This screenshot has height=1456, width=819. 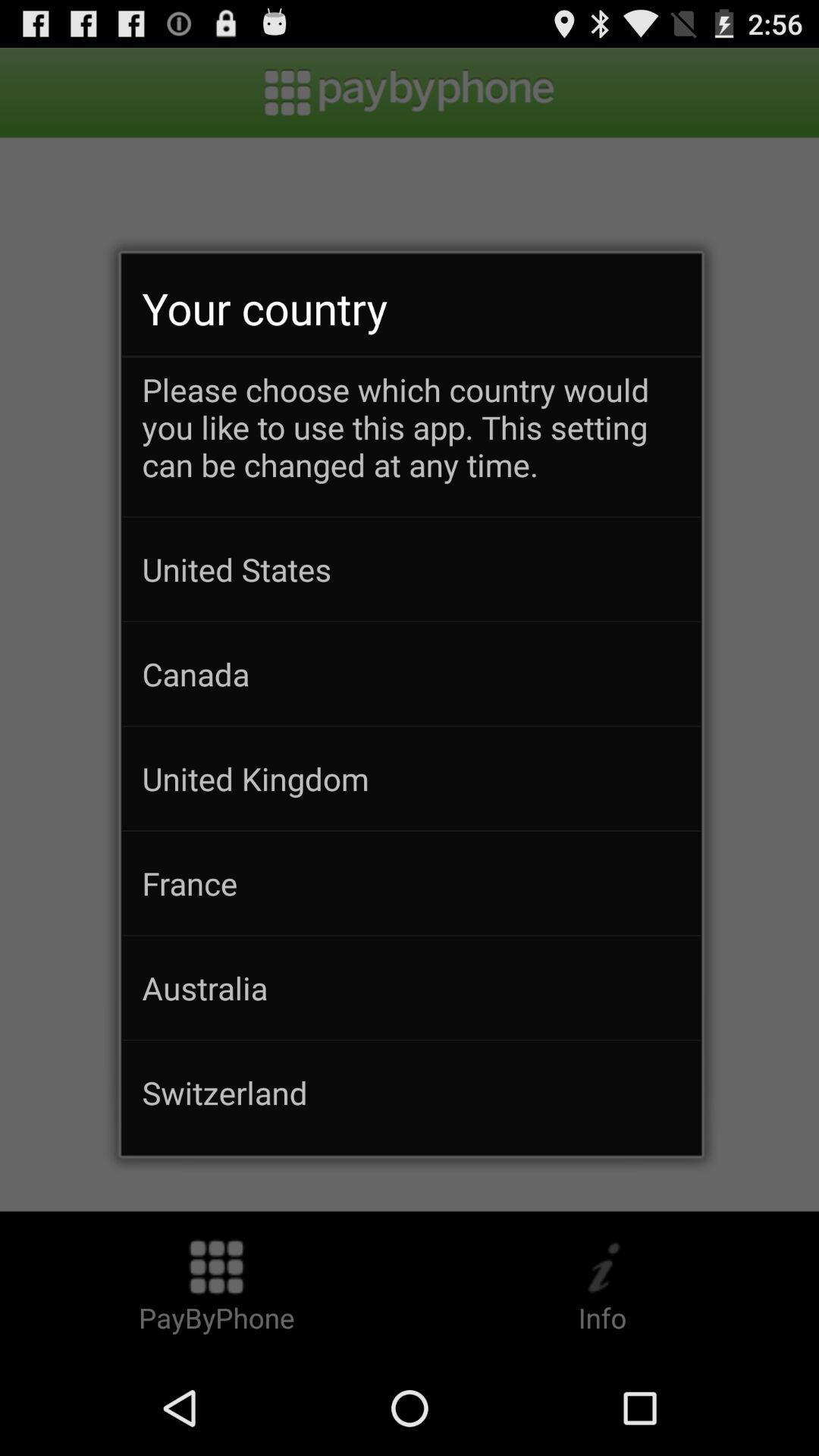 What do you see at coordinates (411, 778) in the screenshot?
I see `united kingdom icon` at bounding box center [411, 778].